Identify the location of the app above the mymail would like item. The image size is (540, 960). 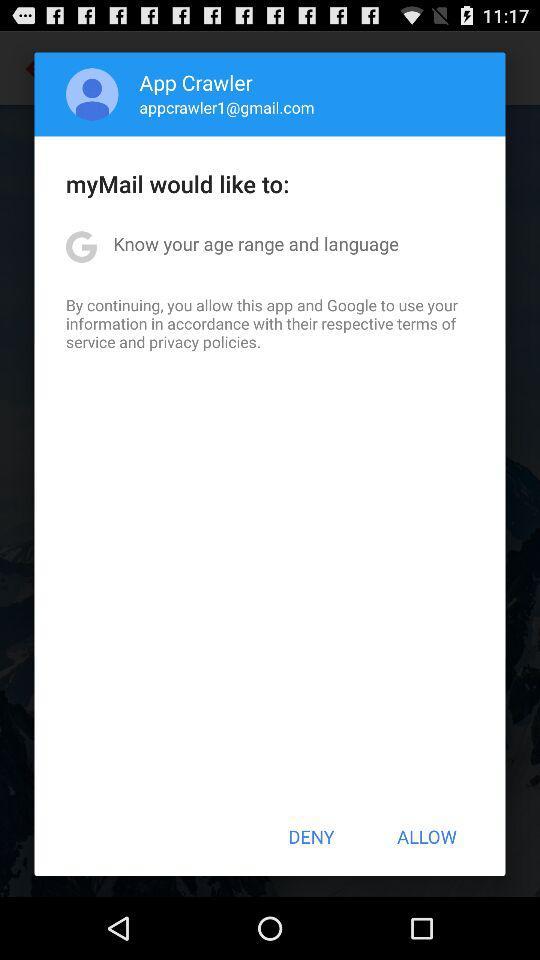
(91, 94).